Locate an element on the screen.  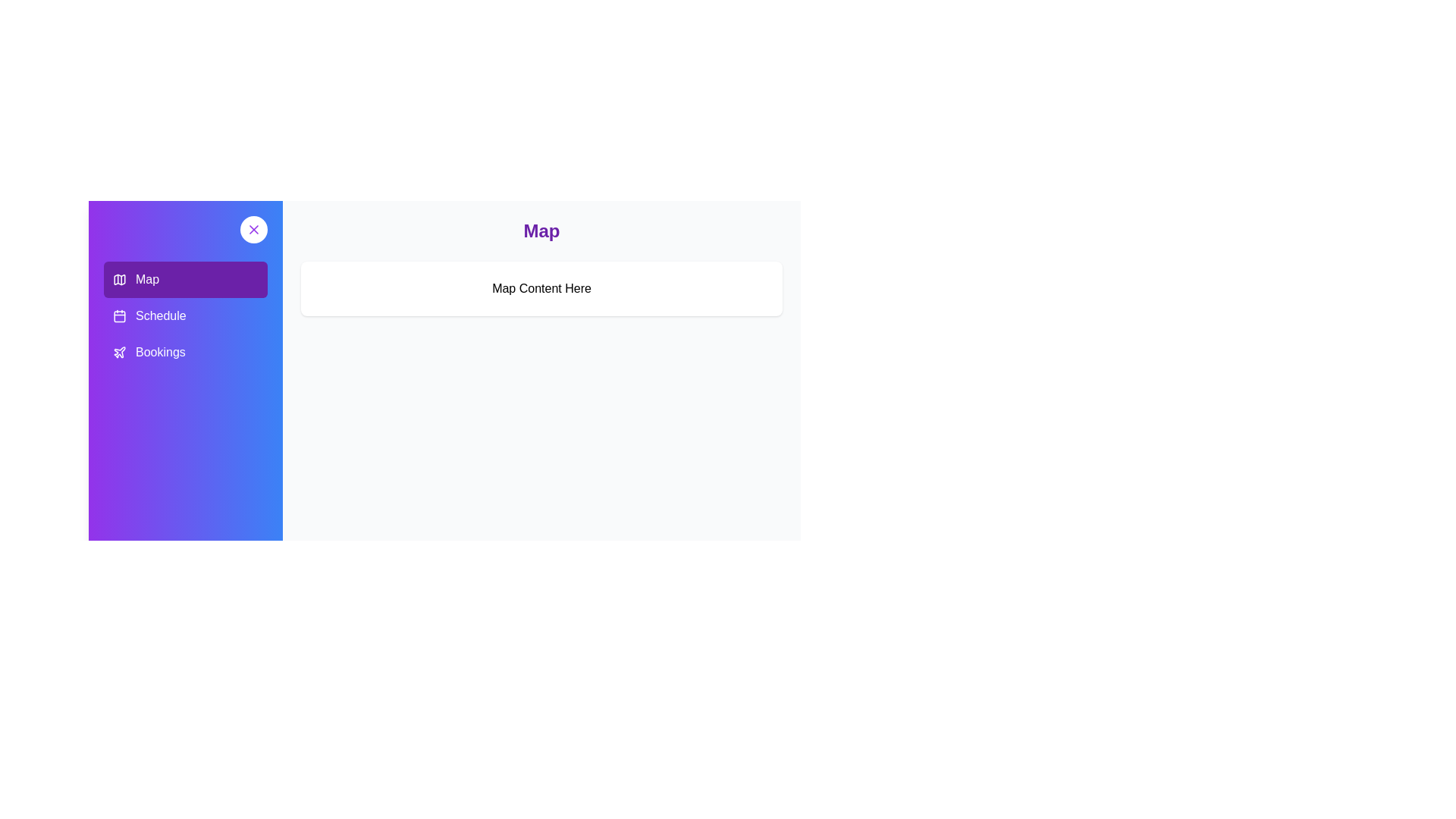
button at the top-right corner of the sidebar to toggle its visibility is located at coordinates (254, 230).